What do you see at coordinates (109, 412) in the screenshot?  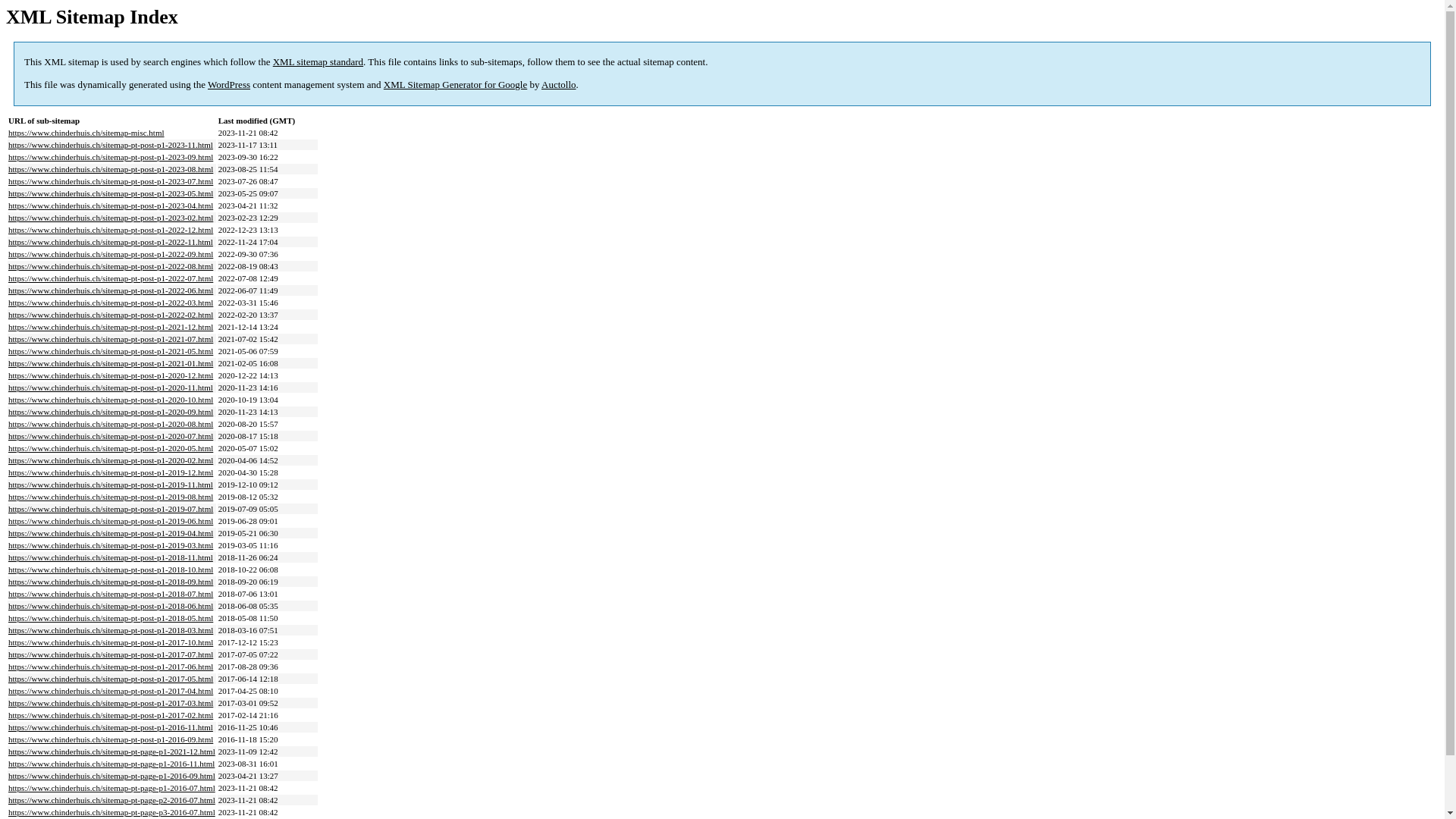 I see `'https://www.chinderhuis.ch/sitemap-pt-post-p1-2020-09.html'` at bounding box center [109, 412].